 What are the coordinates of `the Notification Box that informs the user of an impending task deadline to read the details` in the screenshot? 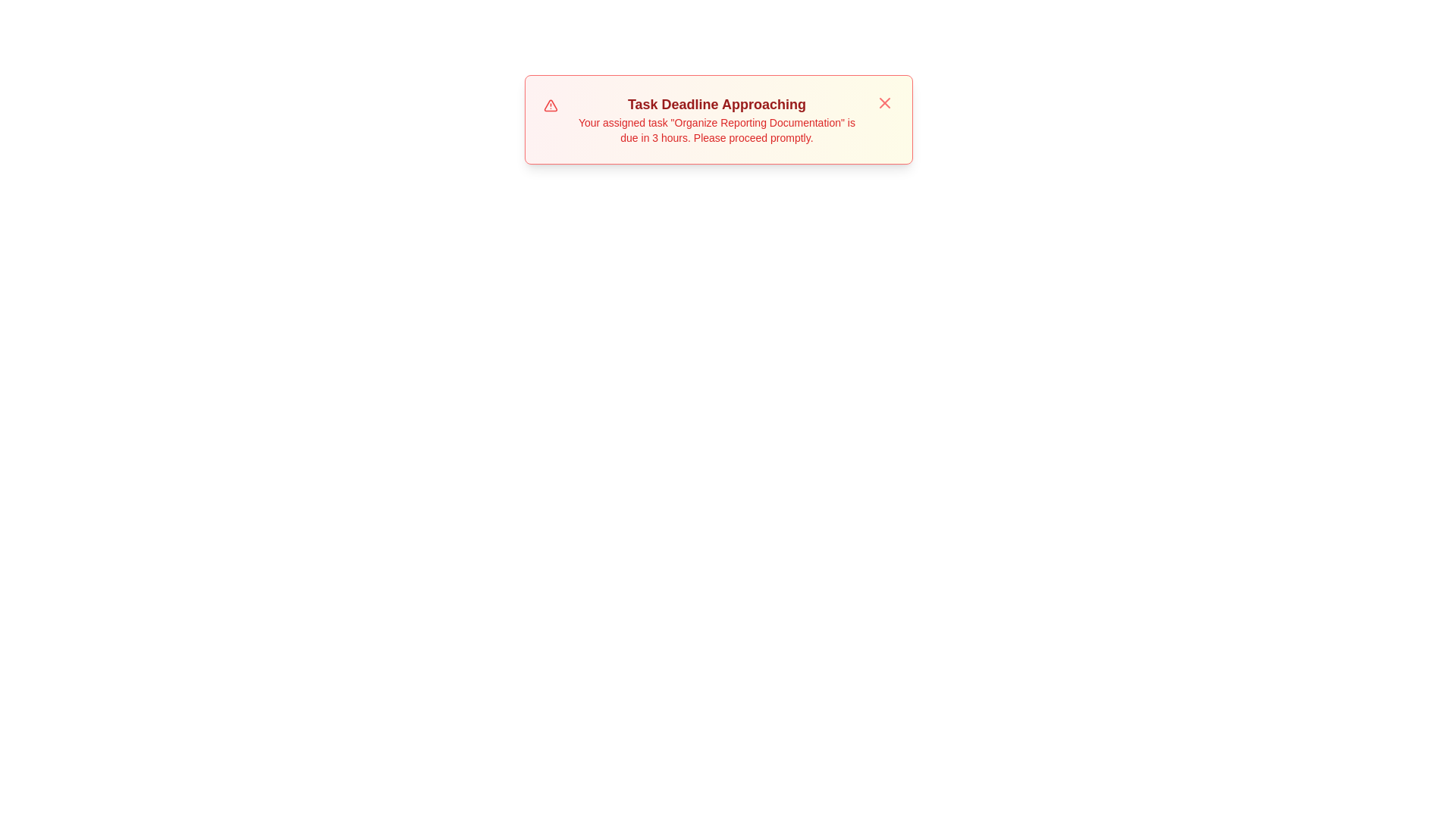 It's located at (717, 119).